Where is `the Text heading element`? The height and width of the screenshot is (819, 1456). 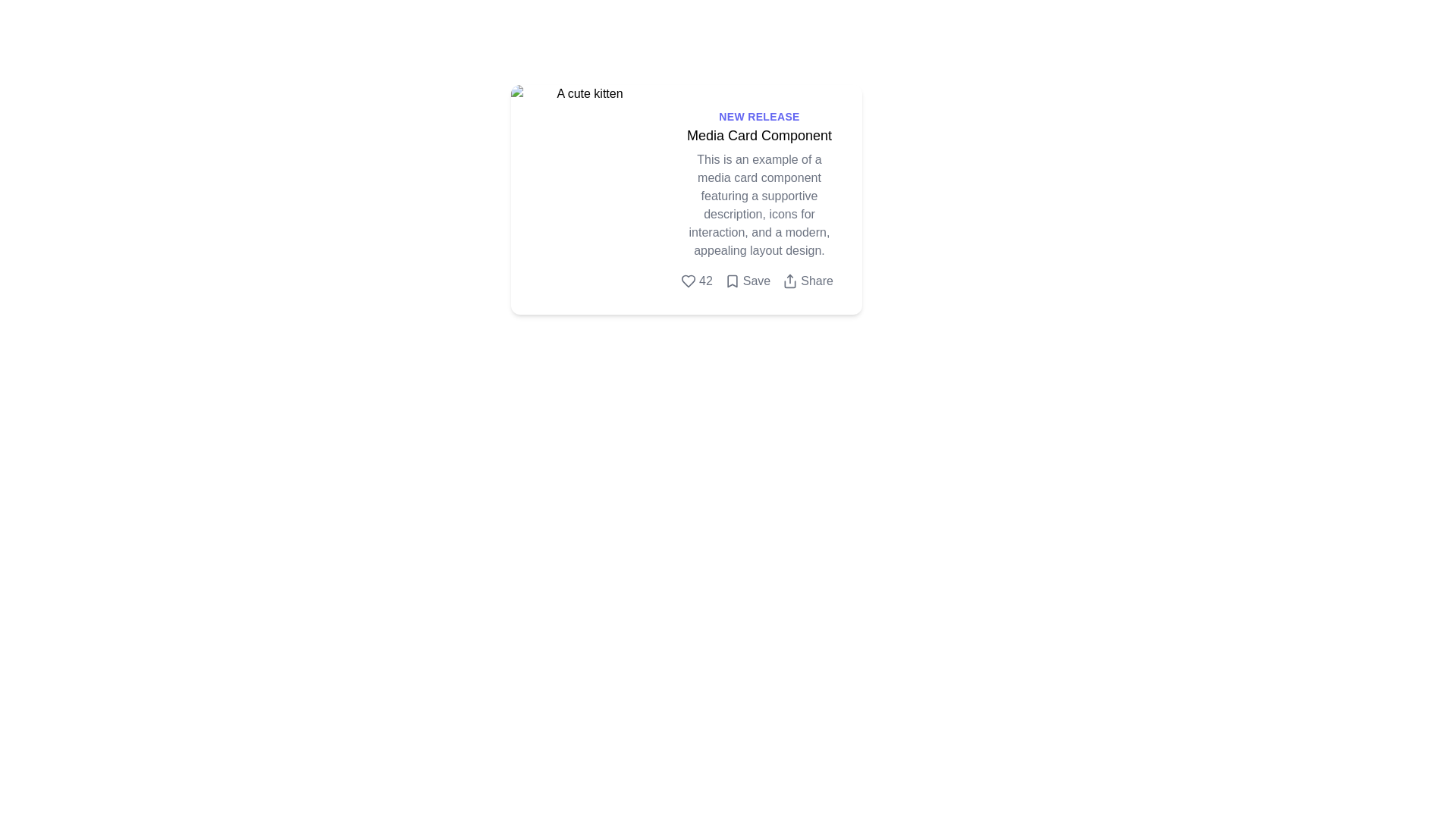
the Text heading element is located at coordinates (759, 135).